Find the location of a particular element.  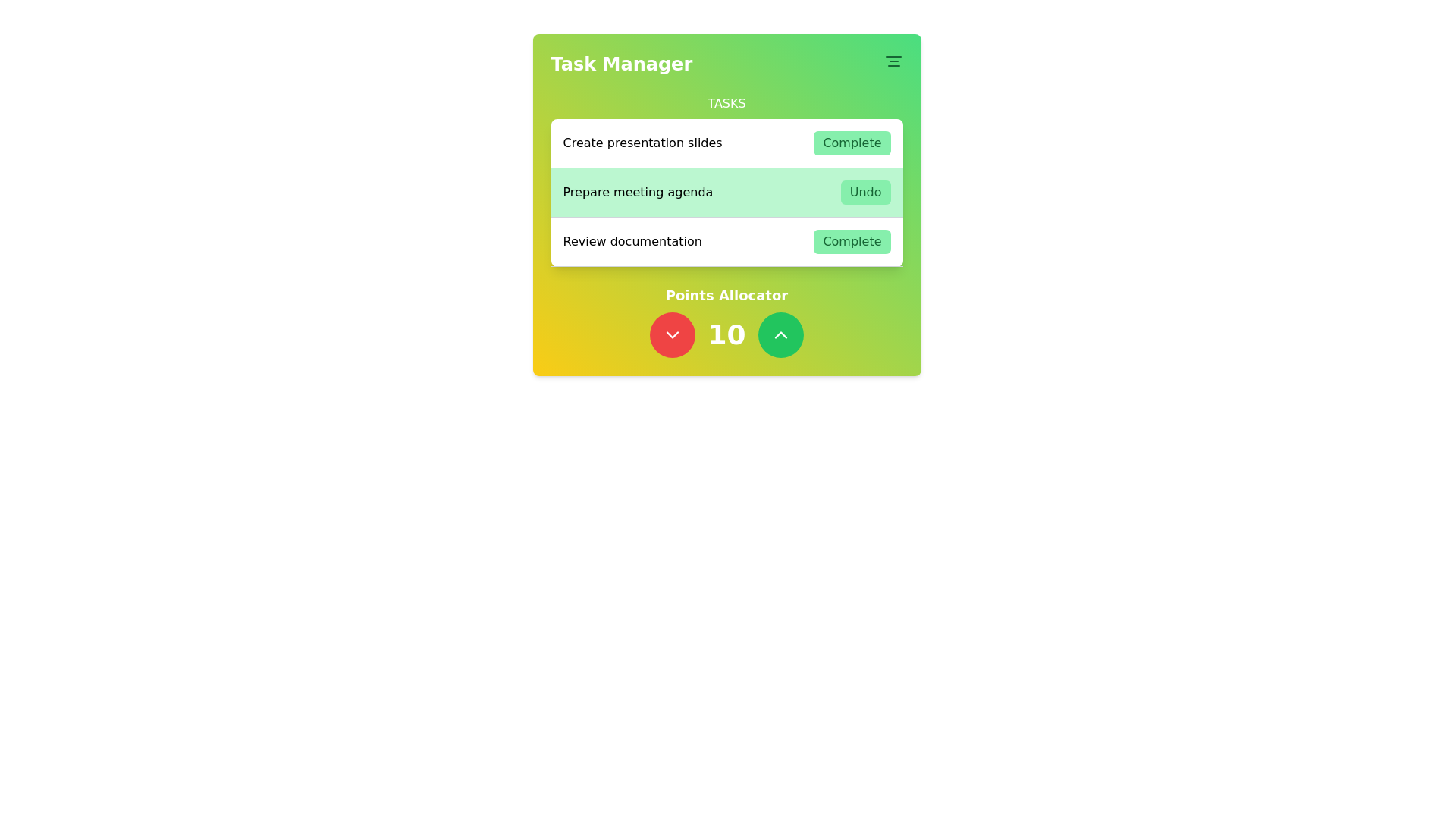

the second task title text label in the pale green panel under the main heading labeled 'Tasks', which is horizontally aligned with the 'Undo' button is located at coordinates (638, 192).